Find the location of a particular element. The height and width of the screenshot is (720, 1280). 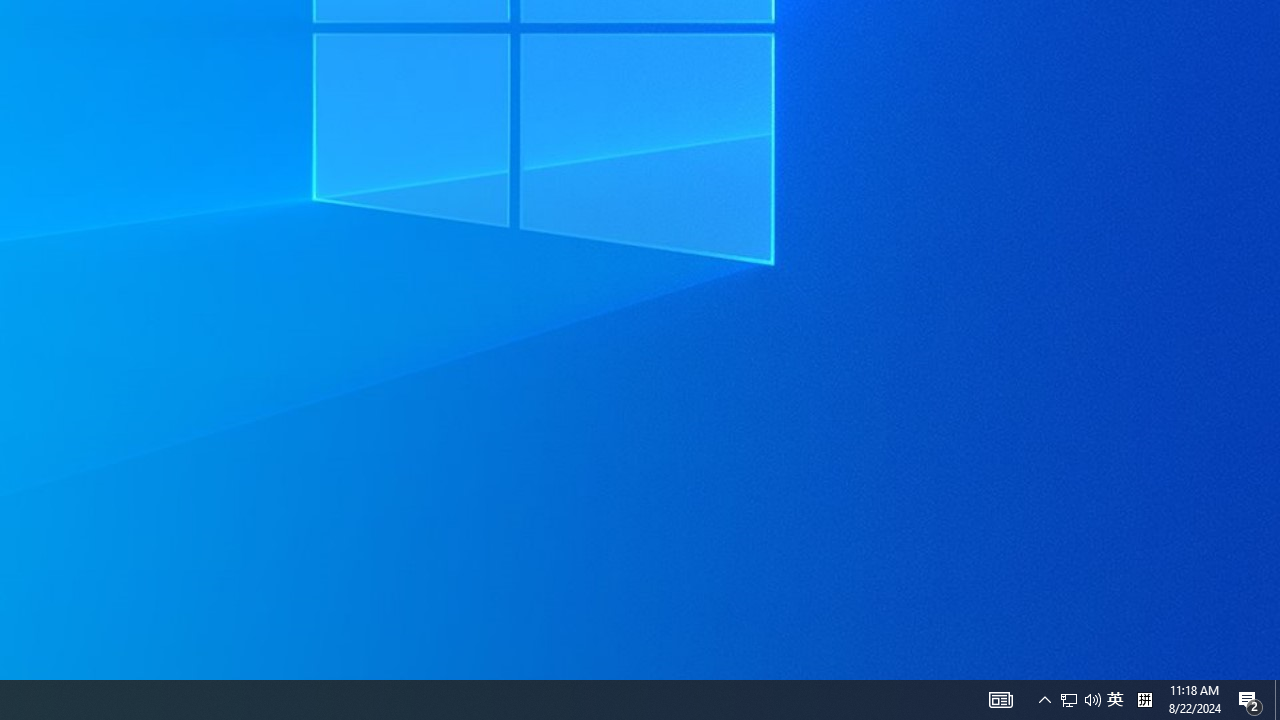

'Q2790: 100%' is located at coordinates (1144, 698).